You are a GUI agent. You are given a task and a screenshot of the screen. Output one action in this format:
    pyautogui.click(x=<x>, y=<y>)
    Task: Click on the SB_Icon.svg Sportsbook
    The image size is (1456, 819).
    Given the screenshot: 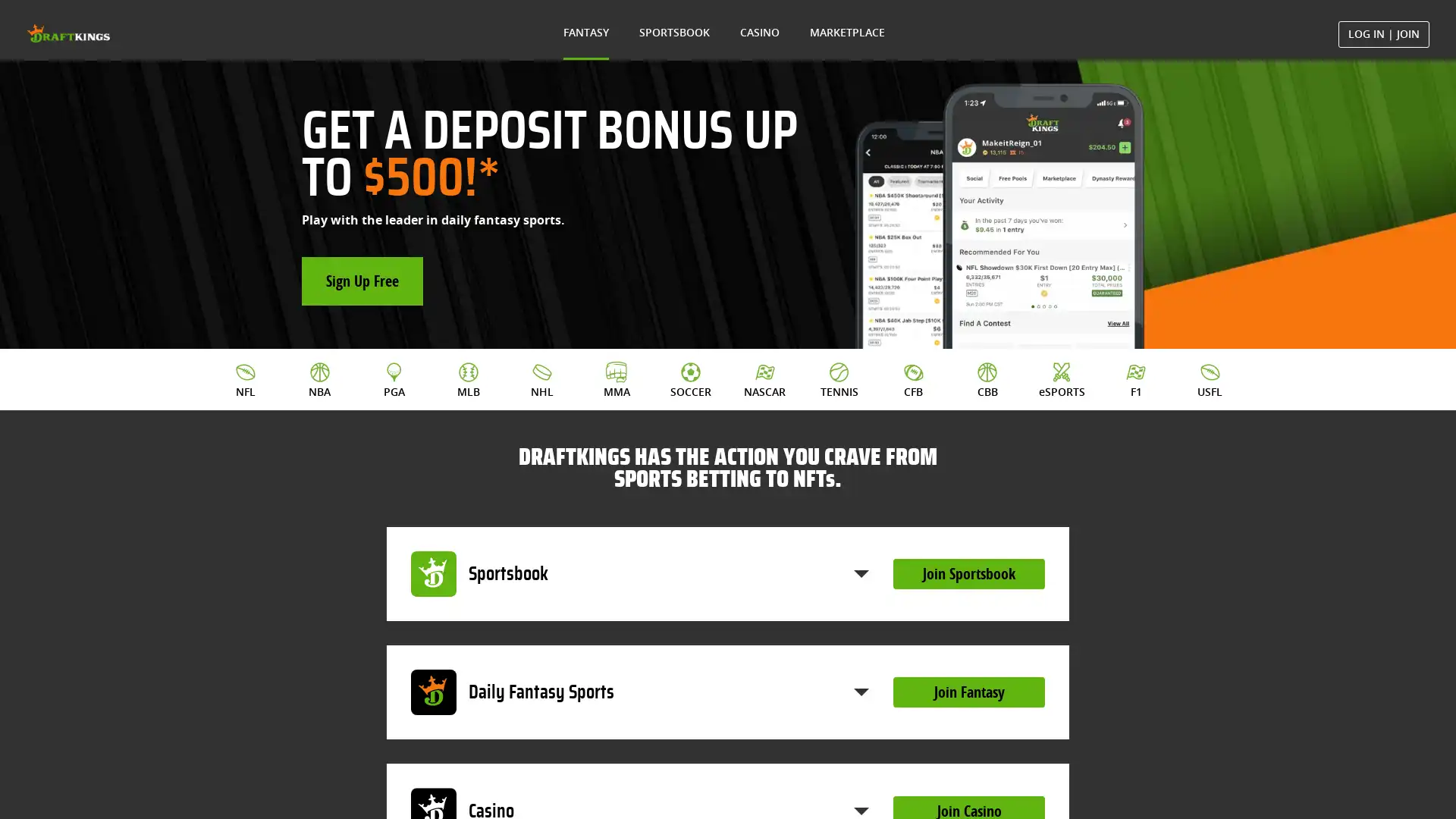 What is the action you would take?
    pyautogui.click(x=640, y=573)
    